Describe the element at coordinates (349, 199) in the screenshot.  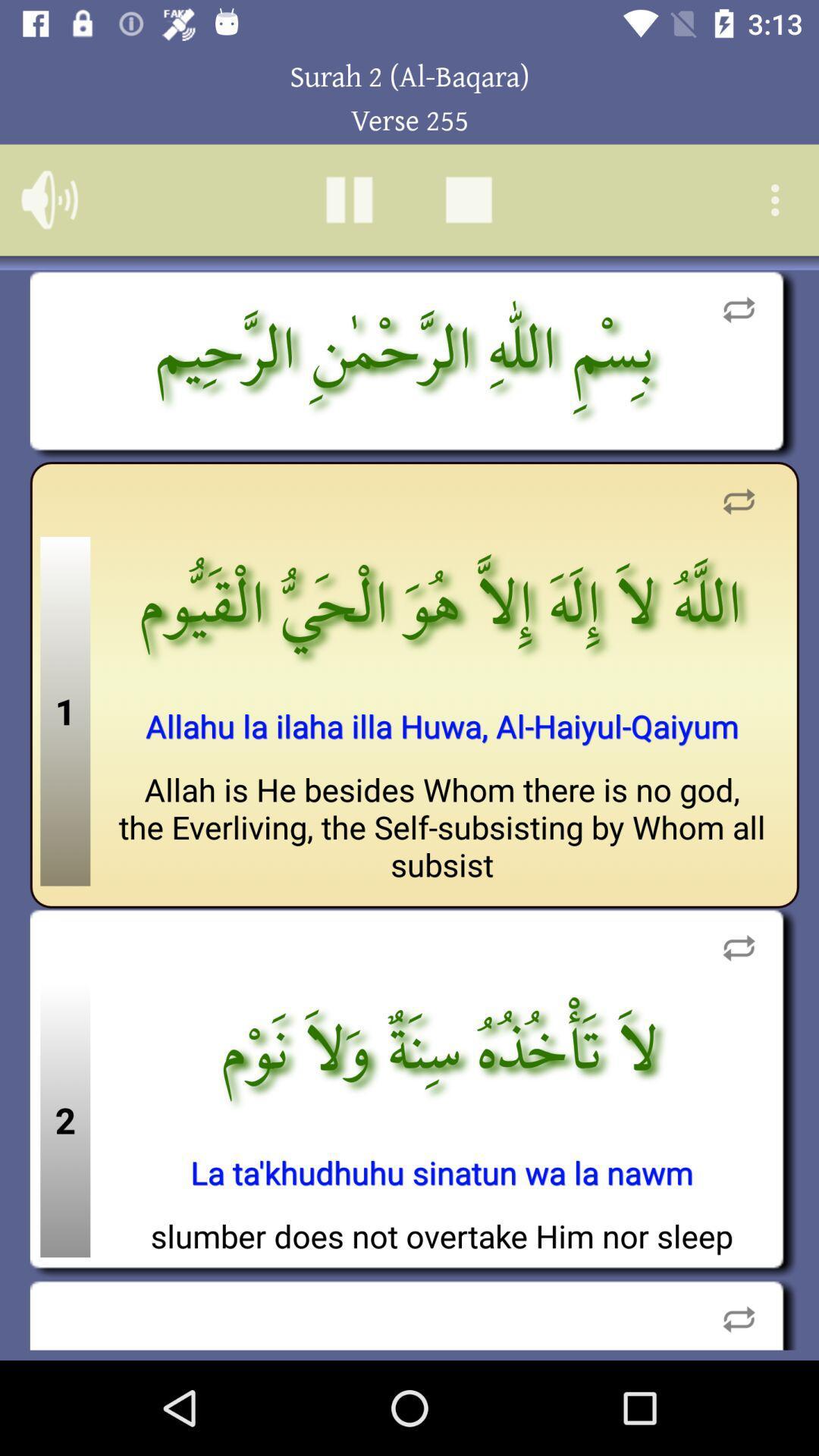
I see `ayat al kursi` at that location.